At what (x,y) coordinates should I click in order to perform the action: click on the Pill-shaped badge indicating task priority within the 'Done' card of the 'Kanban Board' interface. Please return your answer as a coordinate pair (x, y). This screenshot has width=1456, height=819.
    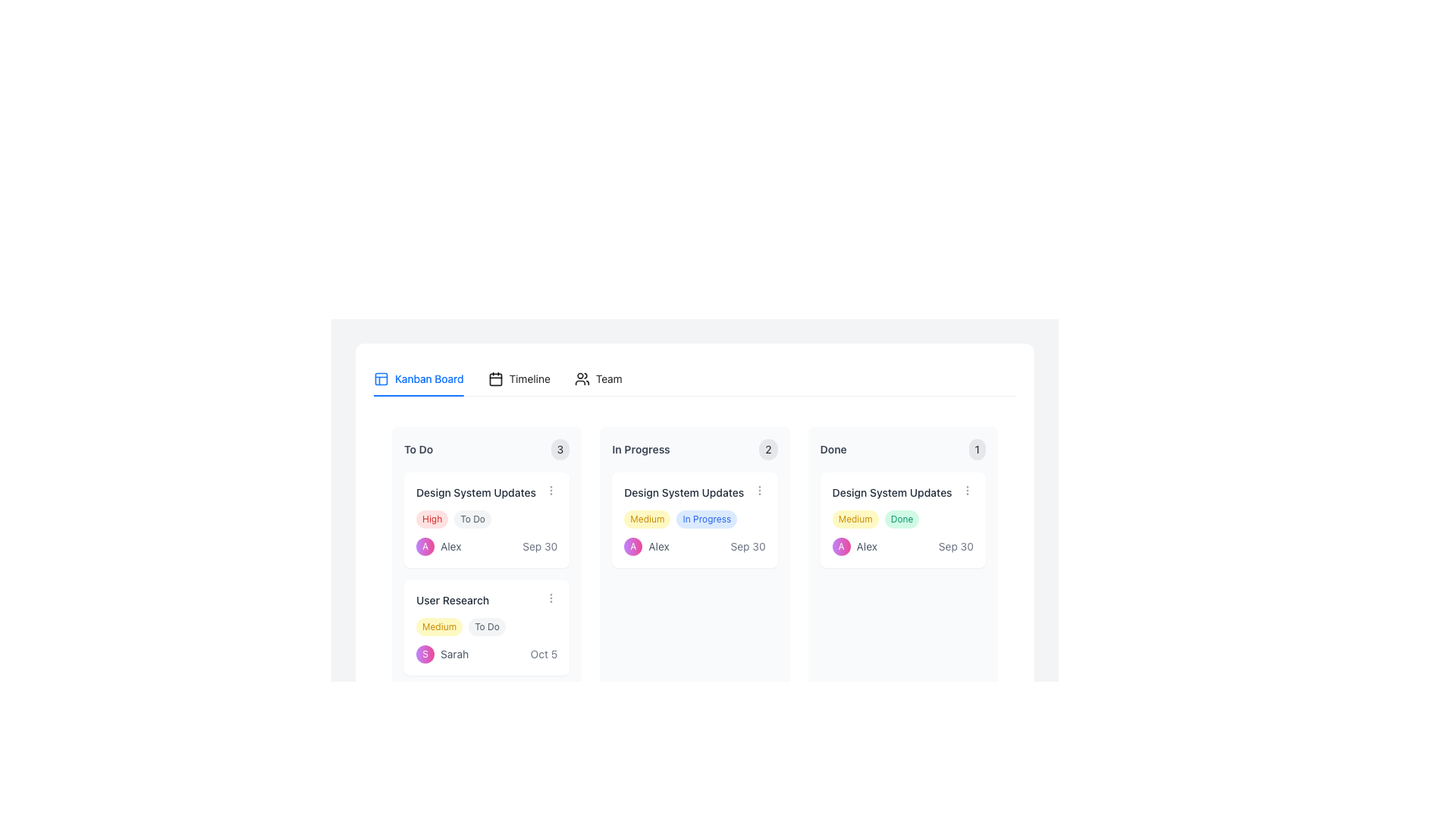
    Looking at the image, I should click on (855, 519).